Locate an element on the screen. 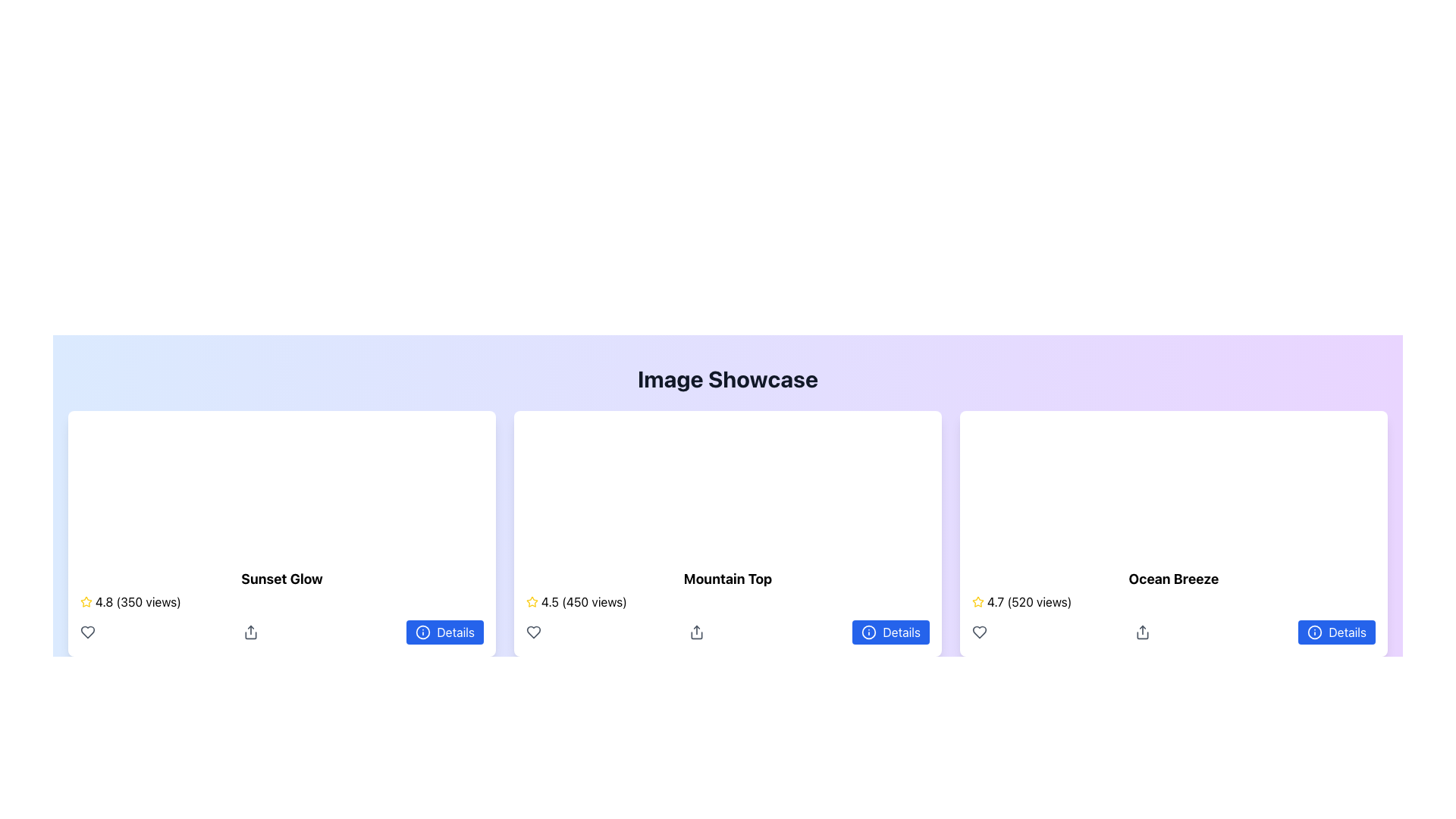  contents of the text label that serves as the title of the card, located in the second card of a horizontally aligned grid, positioned above the rating and views section is located at coordinates (728, 579).